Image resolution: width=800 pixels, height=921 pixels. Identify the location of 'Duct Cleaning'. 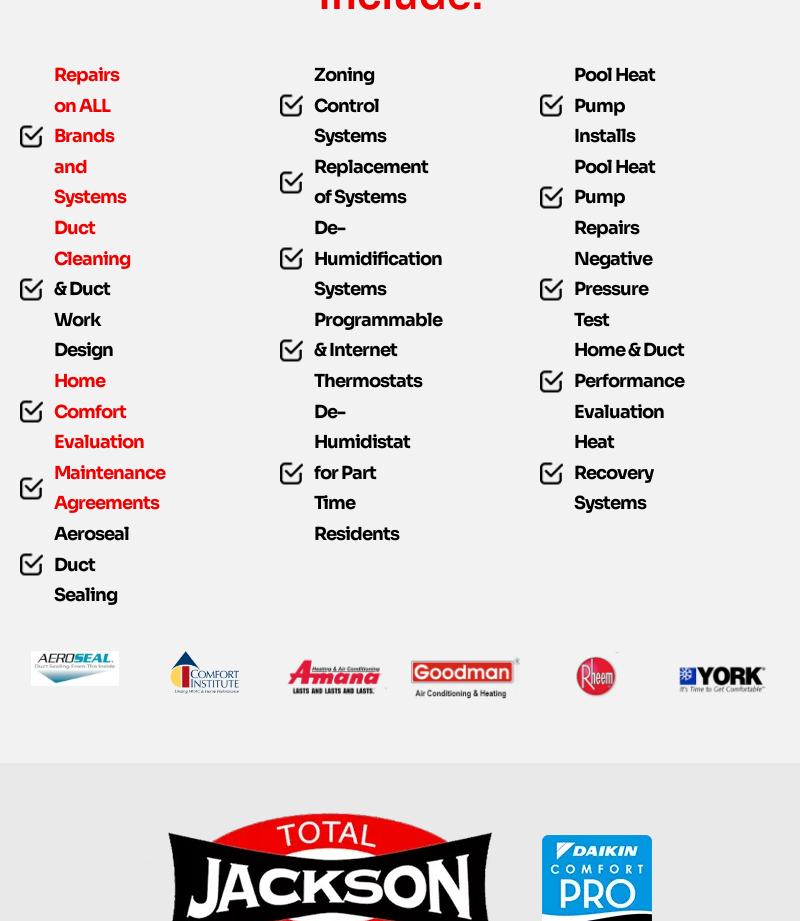
(91, 283).